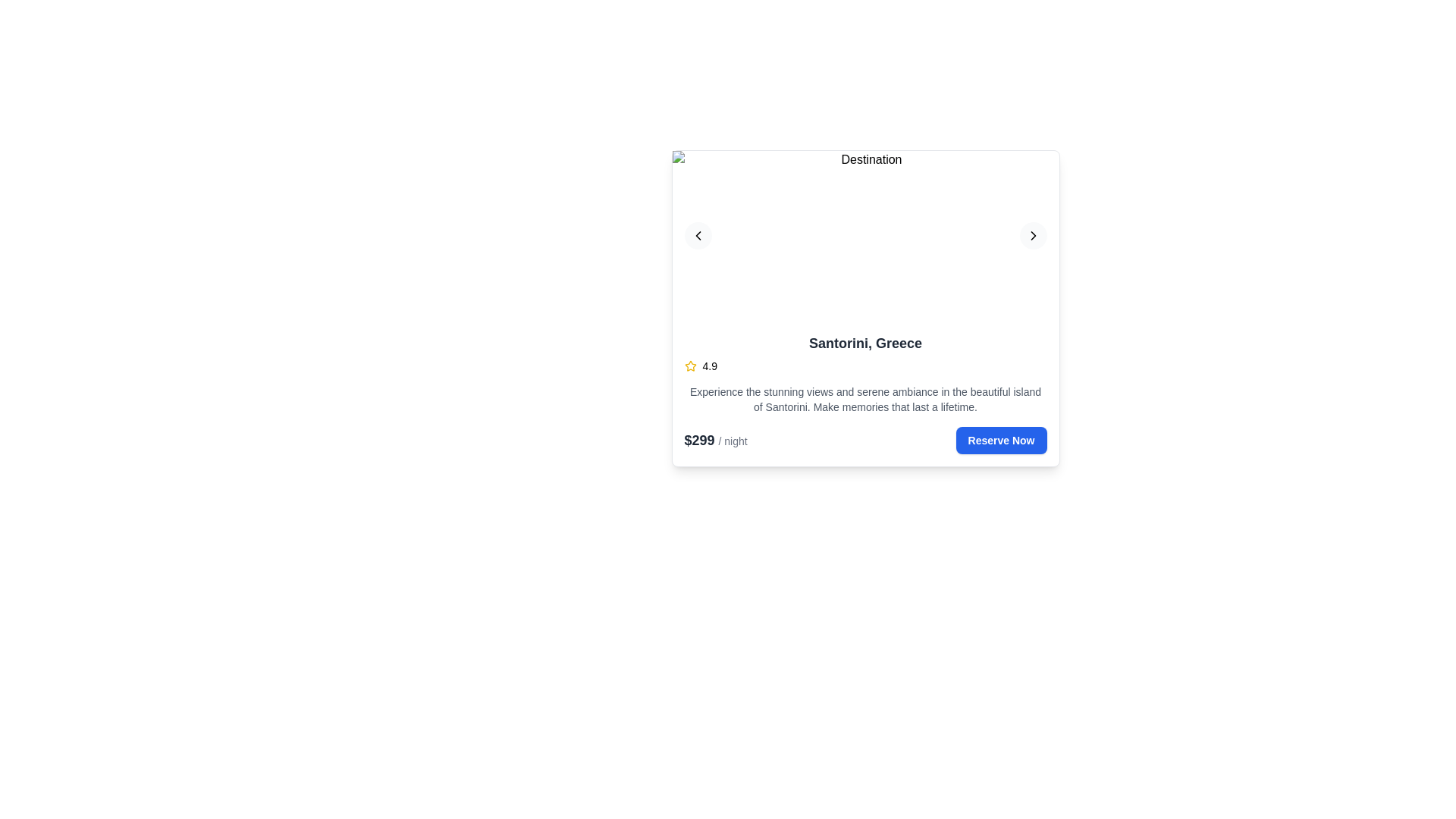 The width and height of the screenshot is (1456, 819). I want to click on the Text Display showing the price '$299' in bold, large font, so click(701, 441).